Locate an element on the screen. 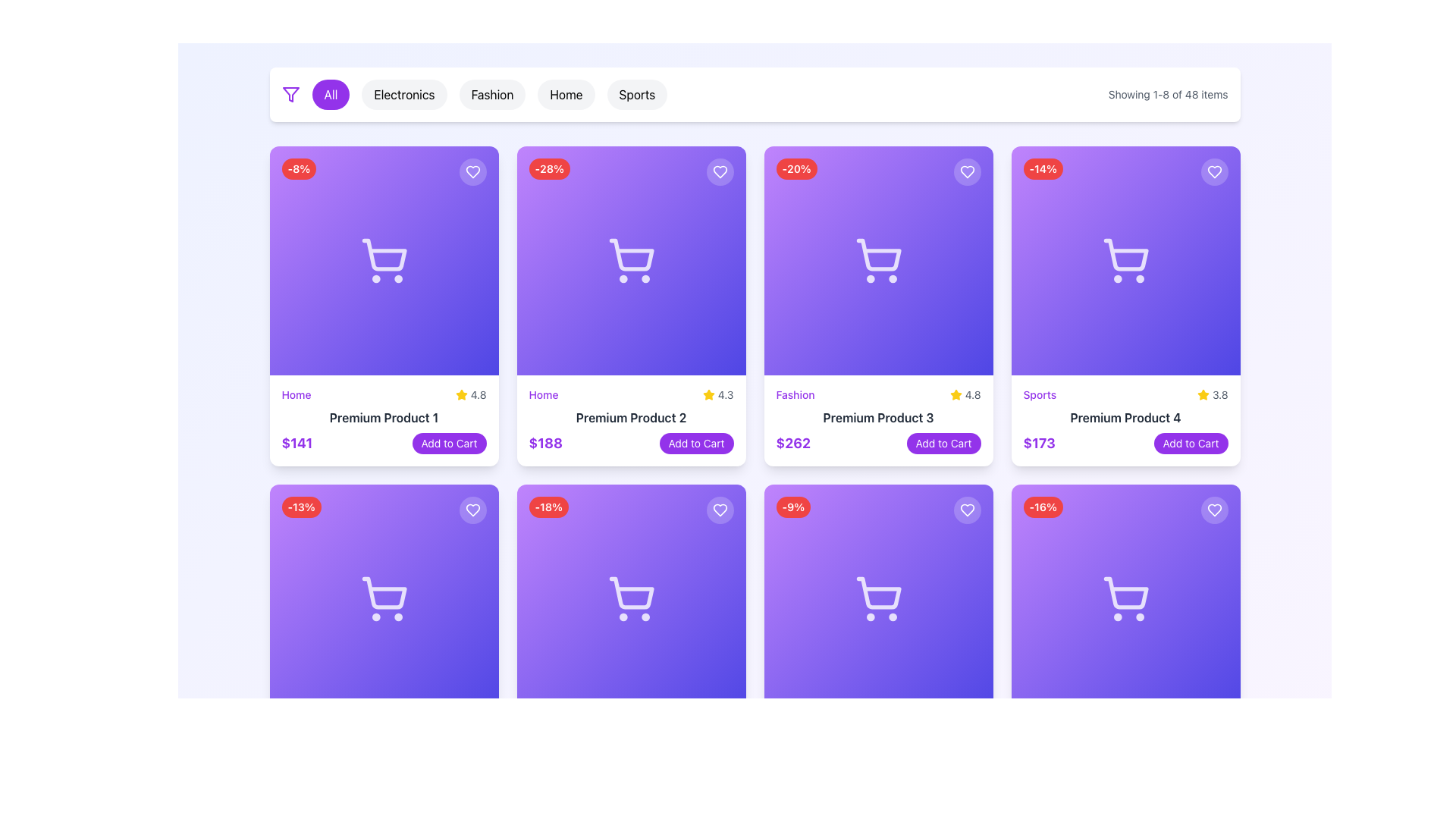 The width and height of the screenshot is (1456, 819). the central component of the shopping cart icon, which has rounded corners and is part of a larger SVG graphic in the grid layout is located at coordinates (1125, 592).